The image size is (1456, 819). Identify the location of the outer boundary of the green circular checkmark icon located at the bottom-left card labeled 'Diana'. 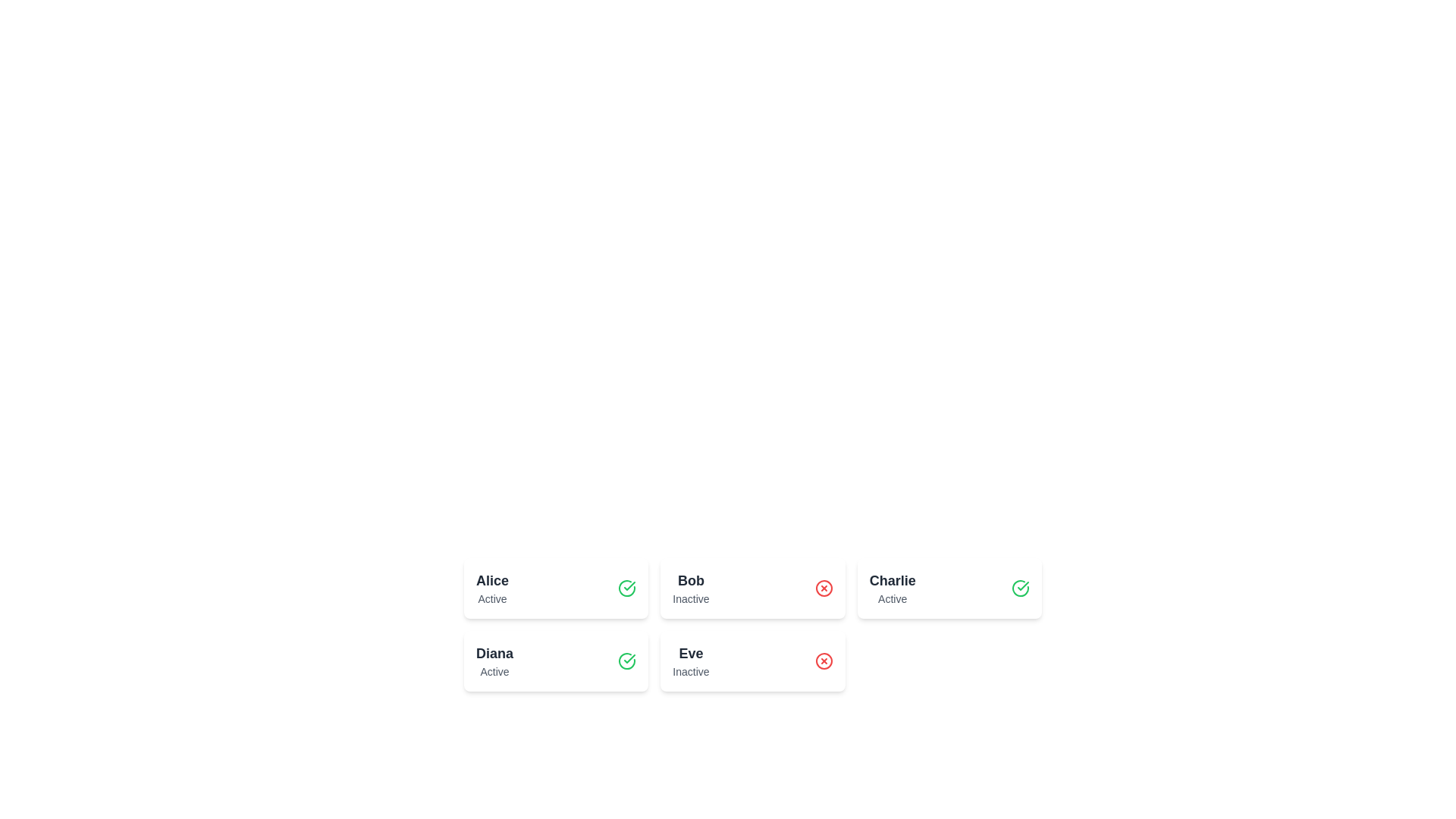
(627, 587).